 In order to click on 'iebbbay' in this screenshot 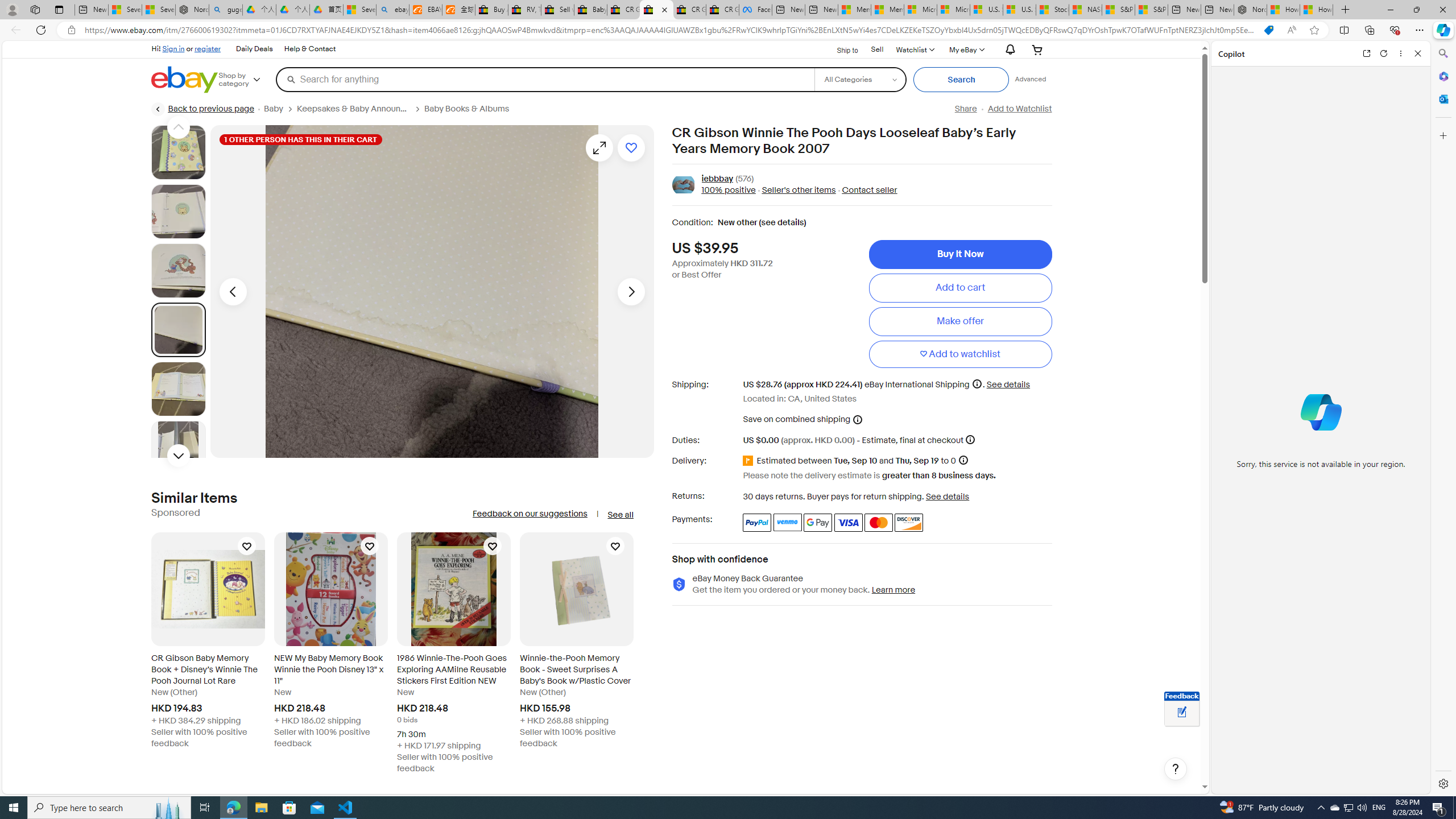, I will do `click(717, 179)`.